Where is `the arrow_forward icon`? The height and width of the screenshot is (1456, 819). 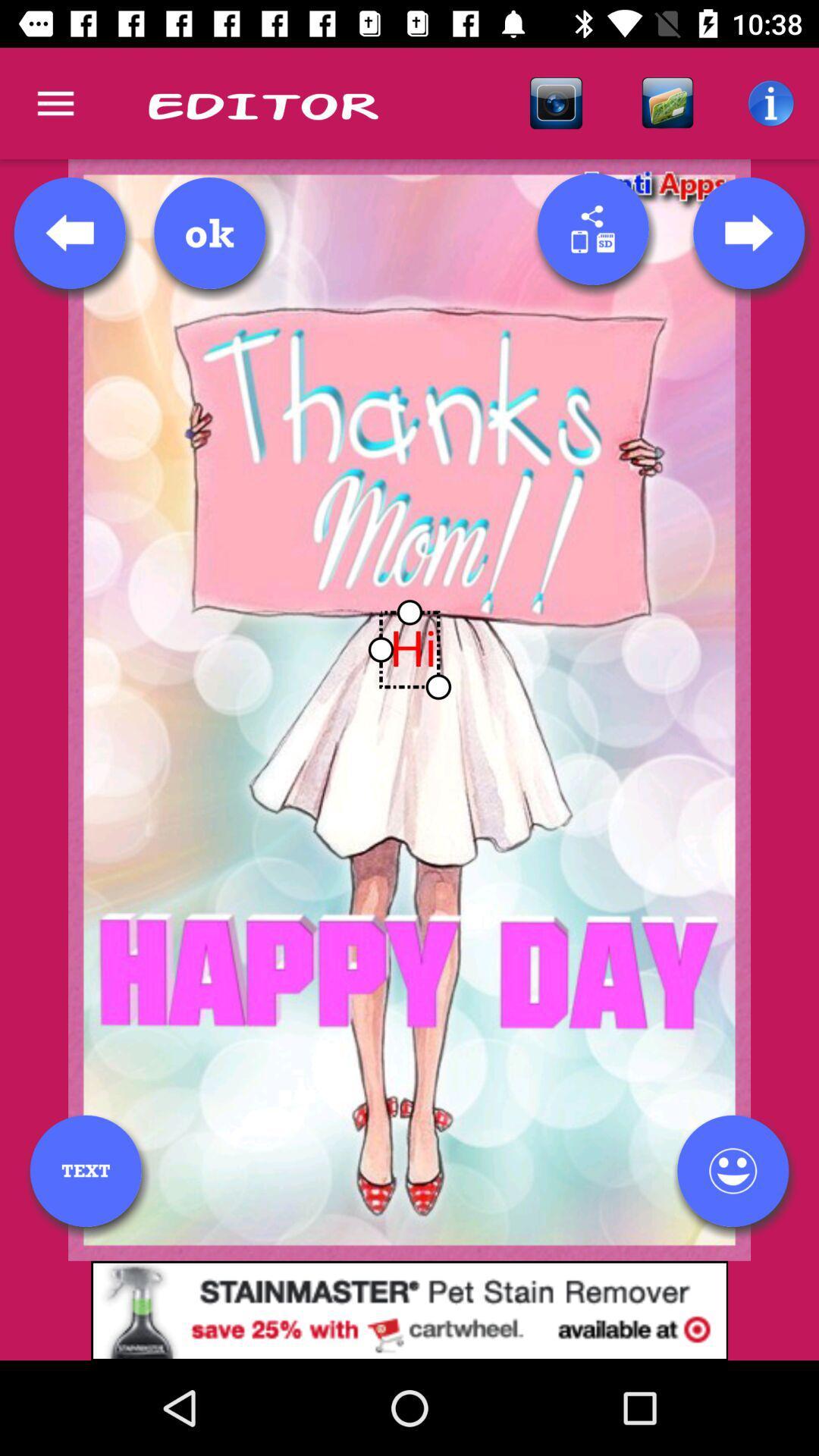
the arrow_forward icon is located at coordinates (748, 232).